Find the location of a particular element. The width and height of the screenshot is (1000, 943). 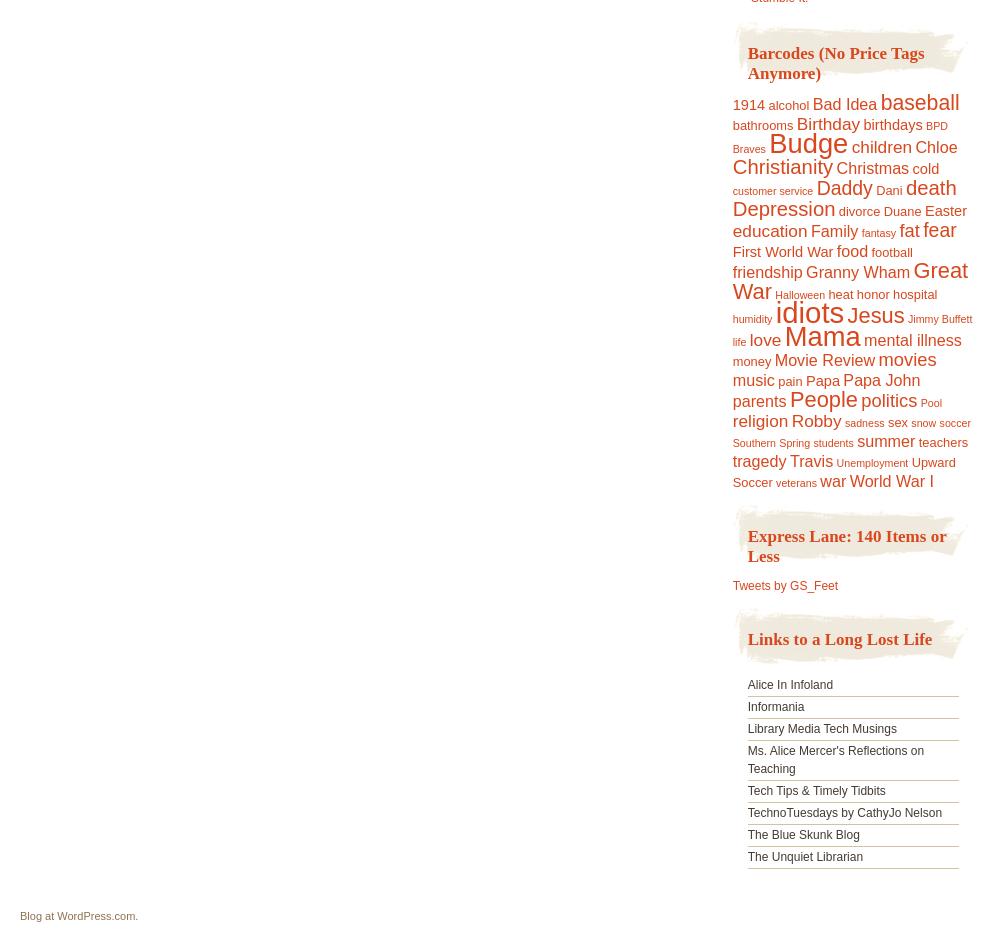

'idiots' is located at coordinates (809, 310).